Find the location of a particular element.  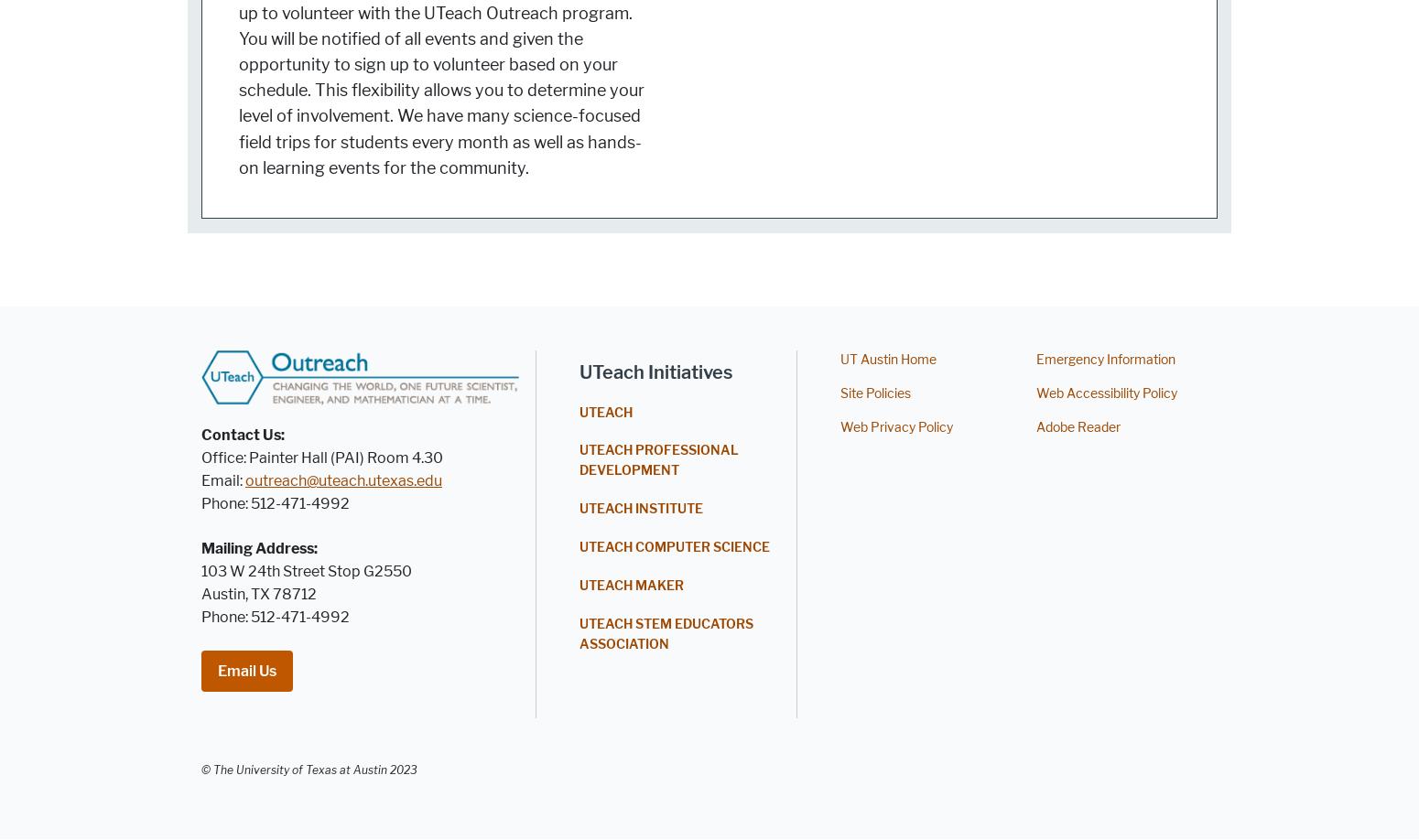

'UTeach Initiatives' is located at coordinates (655, 371).